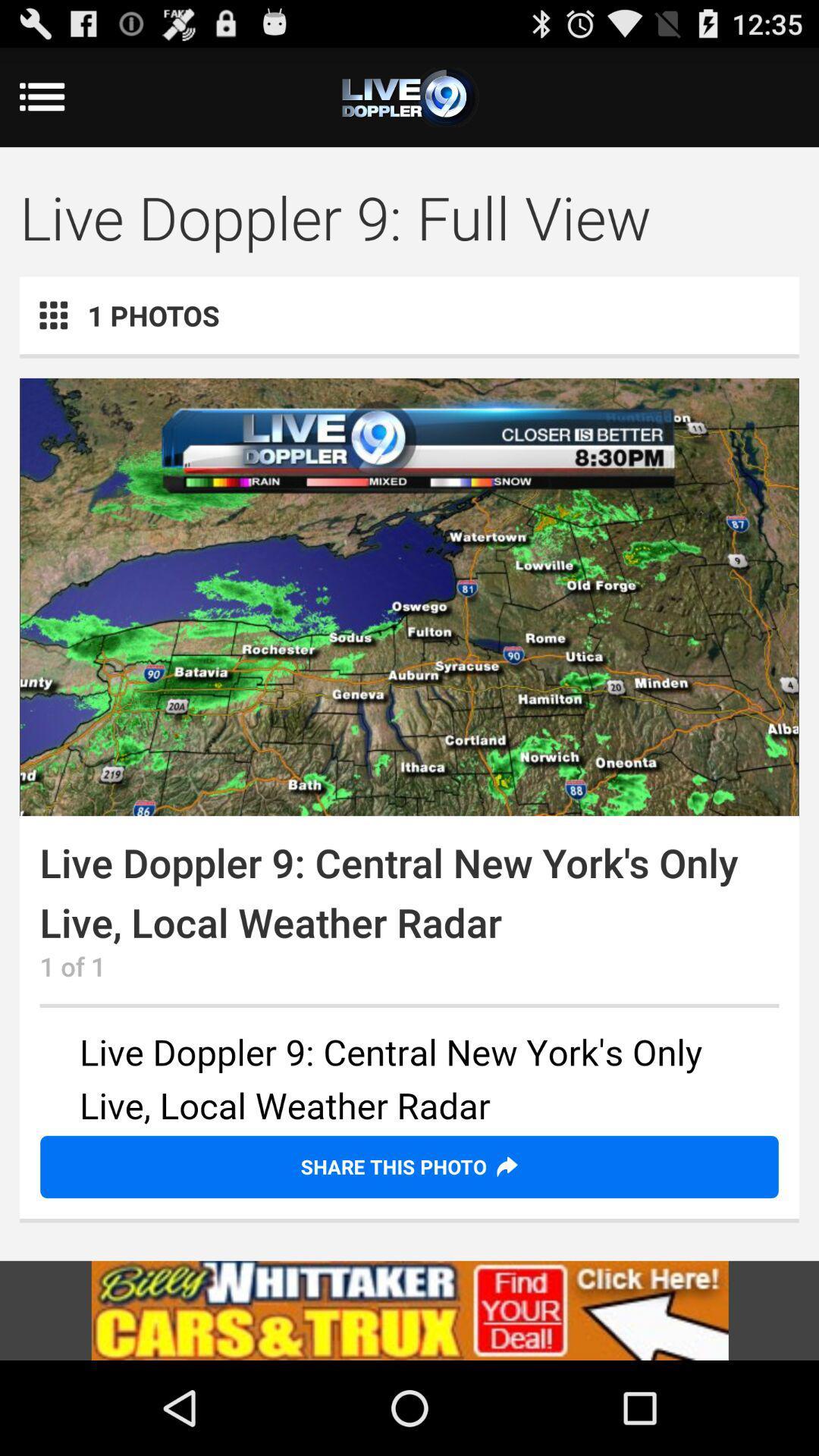 The width and height of the screenshot is (819, 1456). I want to click on see more info in that area, so click(409, 1081).